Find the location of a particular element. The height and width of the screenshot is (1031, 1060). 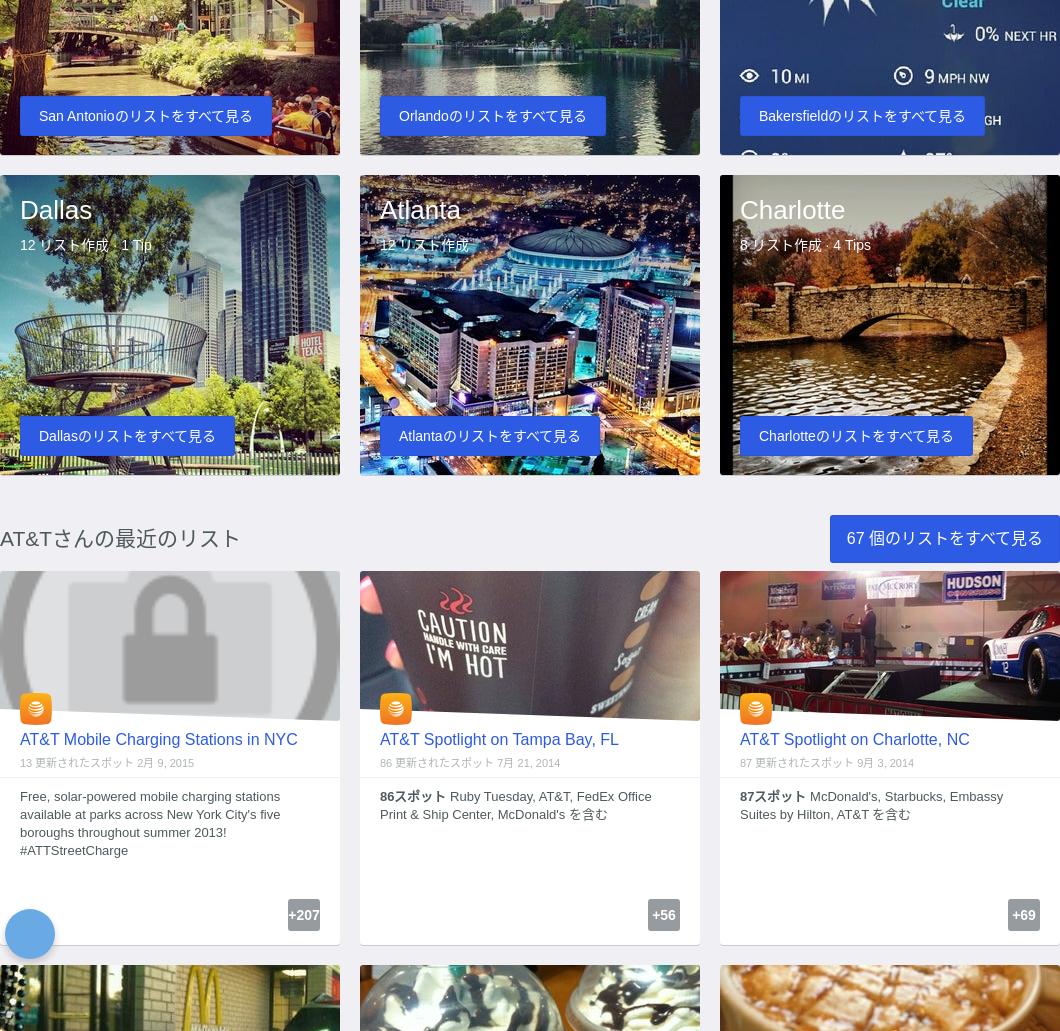

'87 更新されたスポット 9月 3, 2014' is located at coordinates (827, 761).